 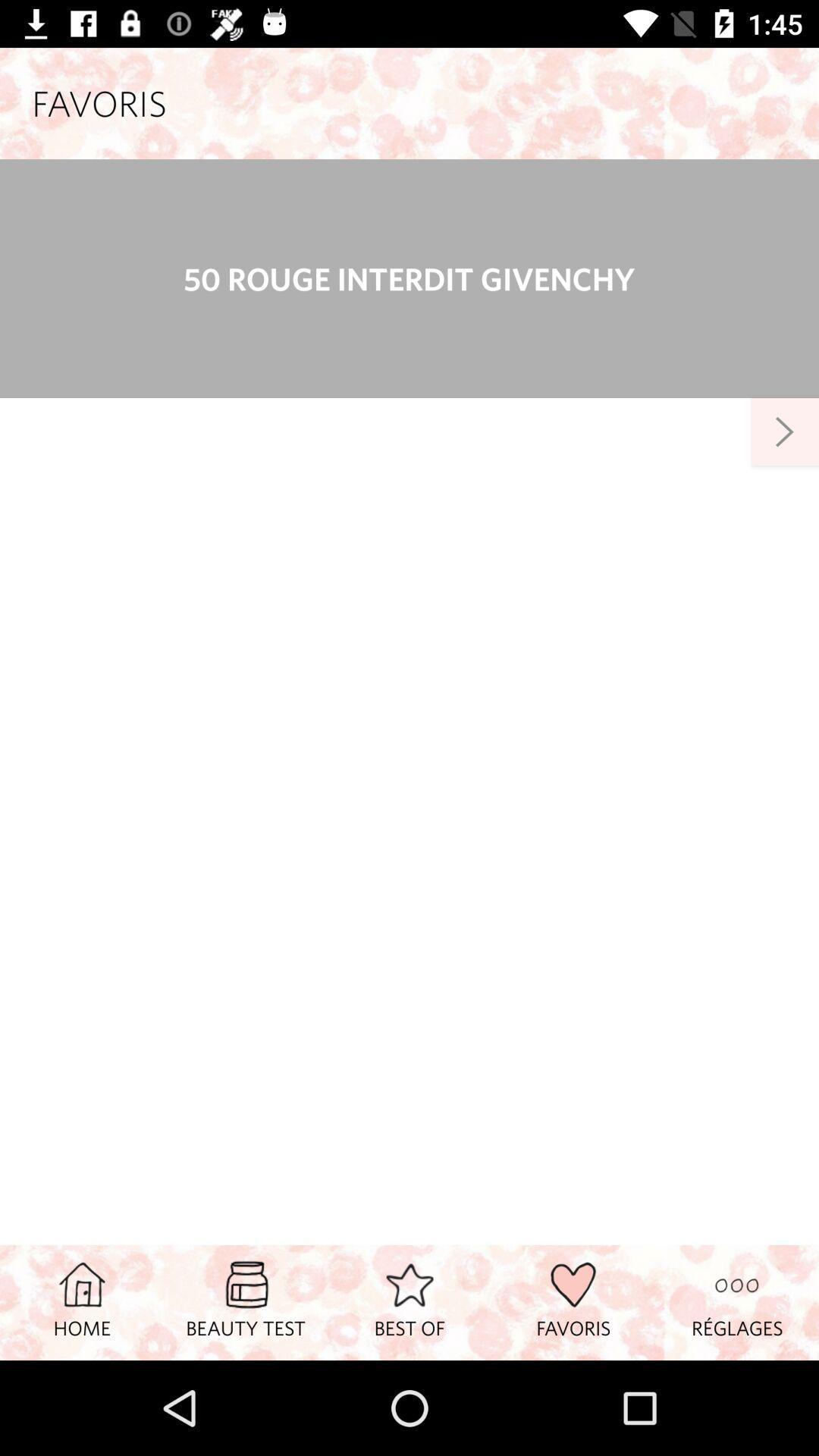 What do you see at coordinates (409, 1301) in the screenshot?
I see `item to the right of beauty test` at bounding box center [409, 1301].